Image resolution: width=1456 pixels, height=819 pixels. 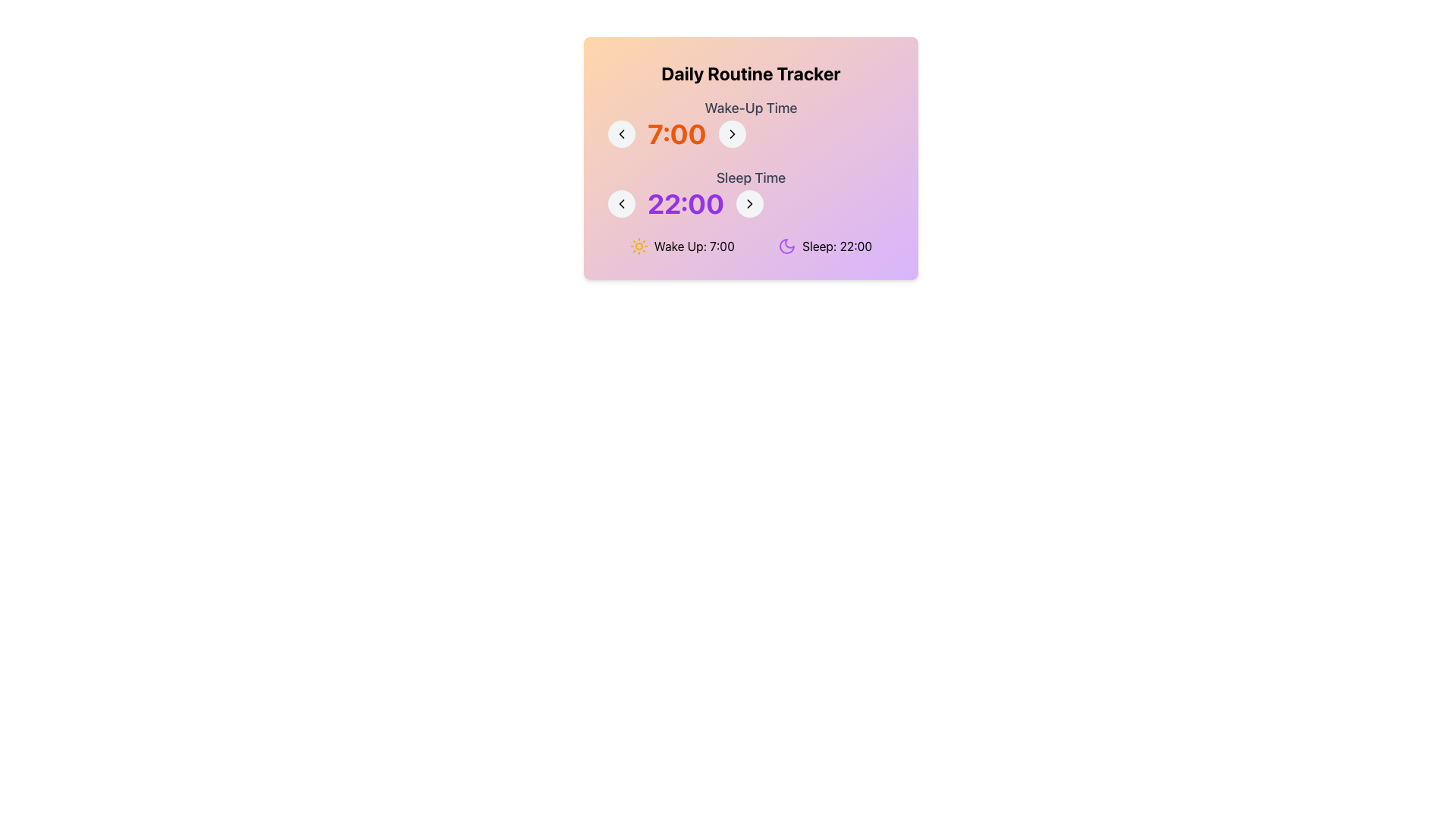 What do you see at coordinates (622, 133) in the screenshot?
I see `the button that decreases the wake-up time, located to the left of the '7:00' text, to observe any hover effects` at bounding box center [622, 133].